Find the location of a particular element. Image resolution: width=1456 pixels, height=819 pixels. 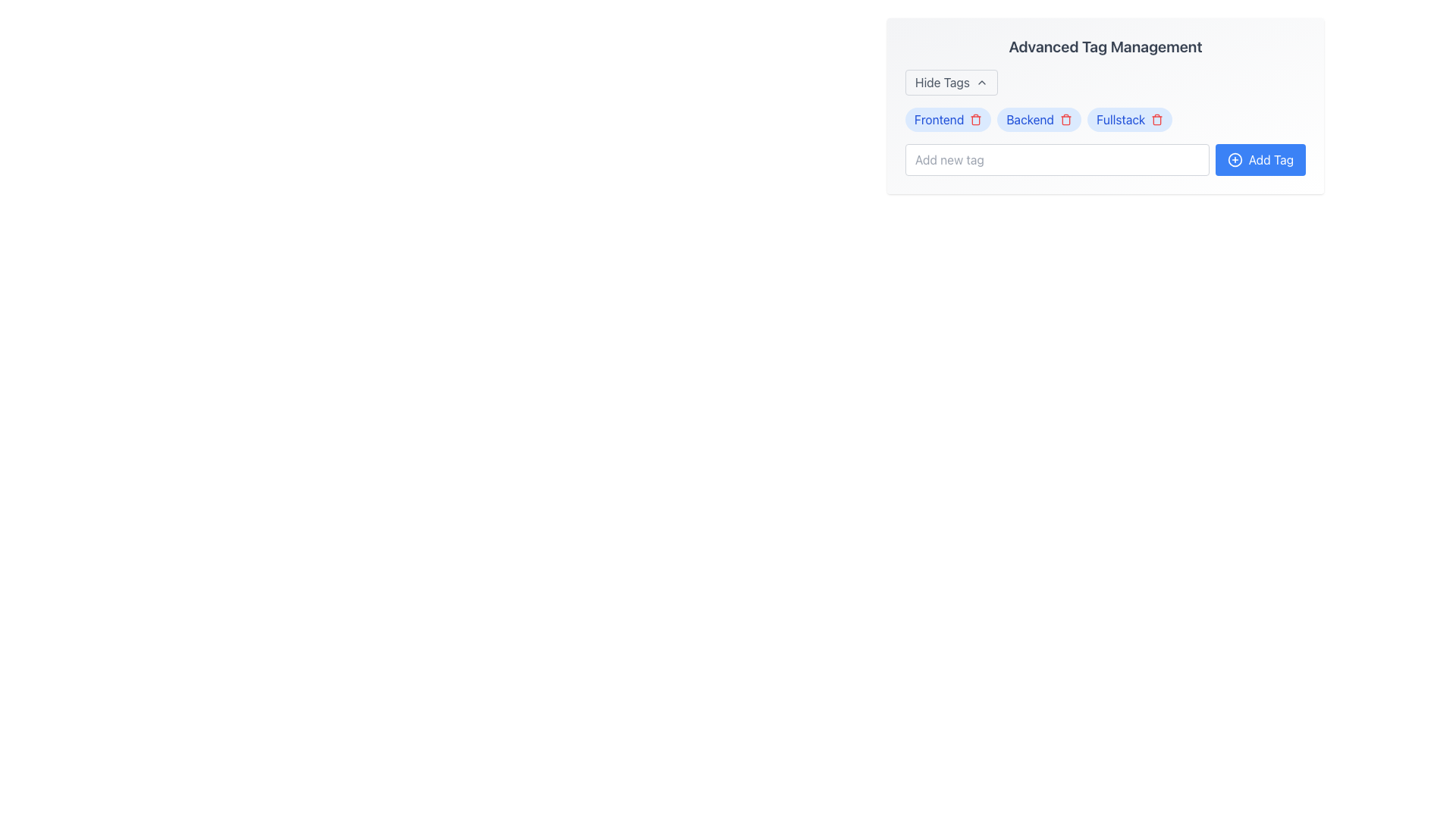

the 'Add Tag' button, which displays the phrase 'Add Tag' in white font within a blue rounded rectangle, located at the bottom-right of the 'Advanced Tag Management' panel is located at coordinates (1271, 160).